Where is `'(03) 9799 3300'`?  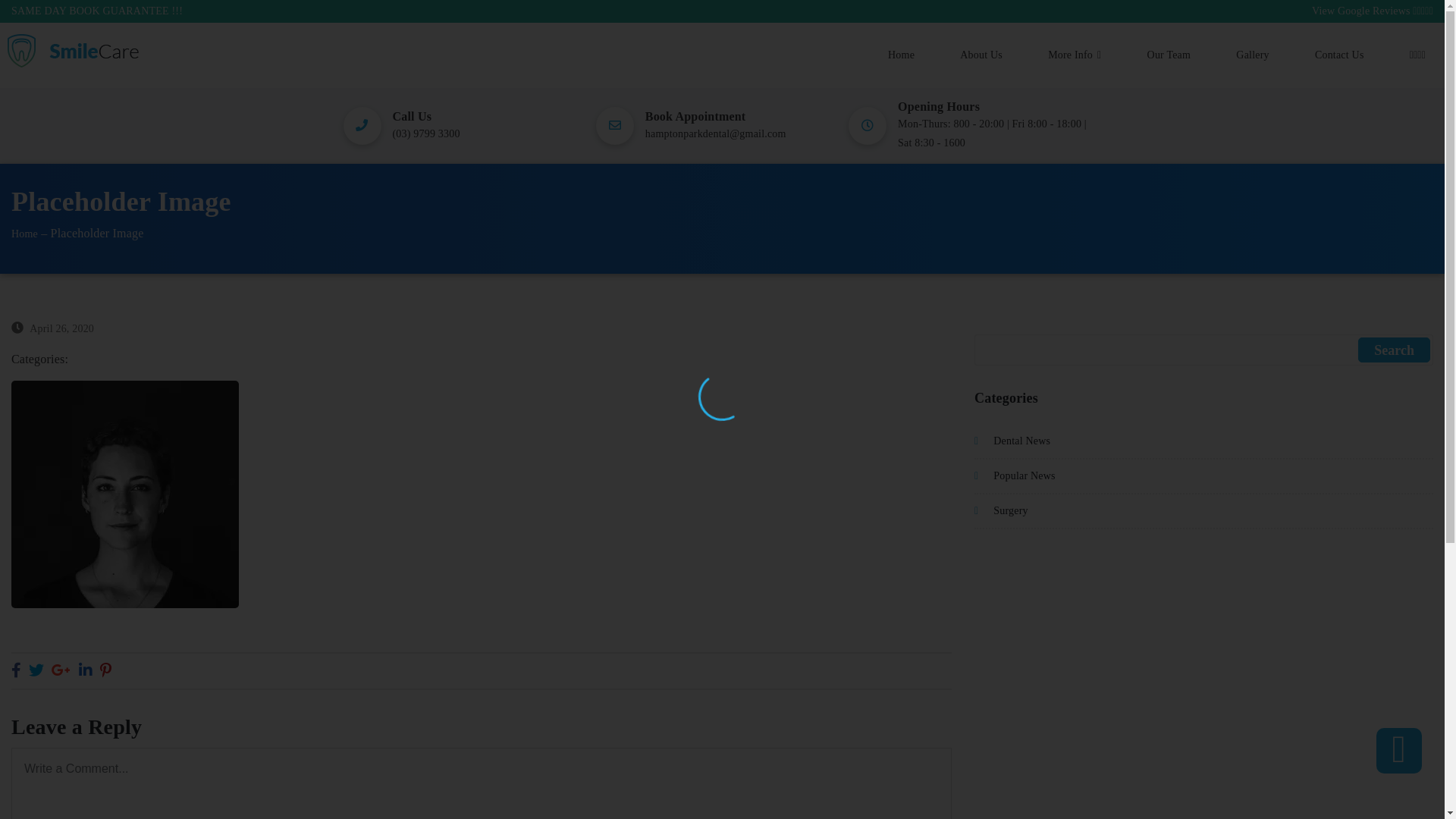
'(03) 9799 3300' is located at coordinates (425, 133).